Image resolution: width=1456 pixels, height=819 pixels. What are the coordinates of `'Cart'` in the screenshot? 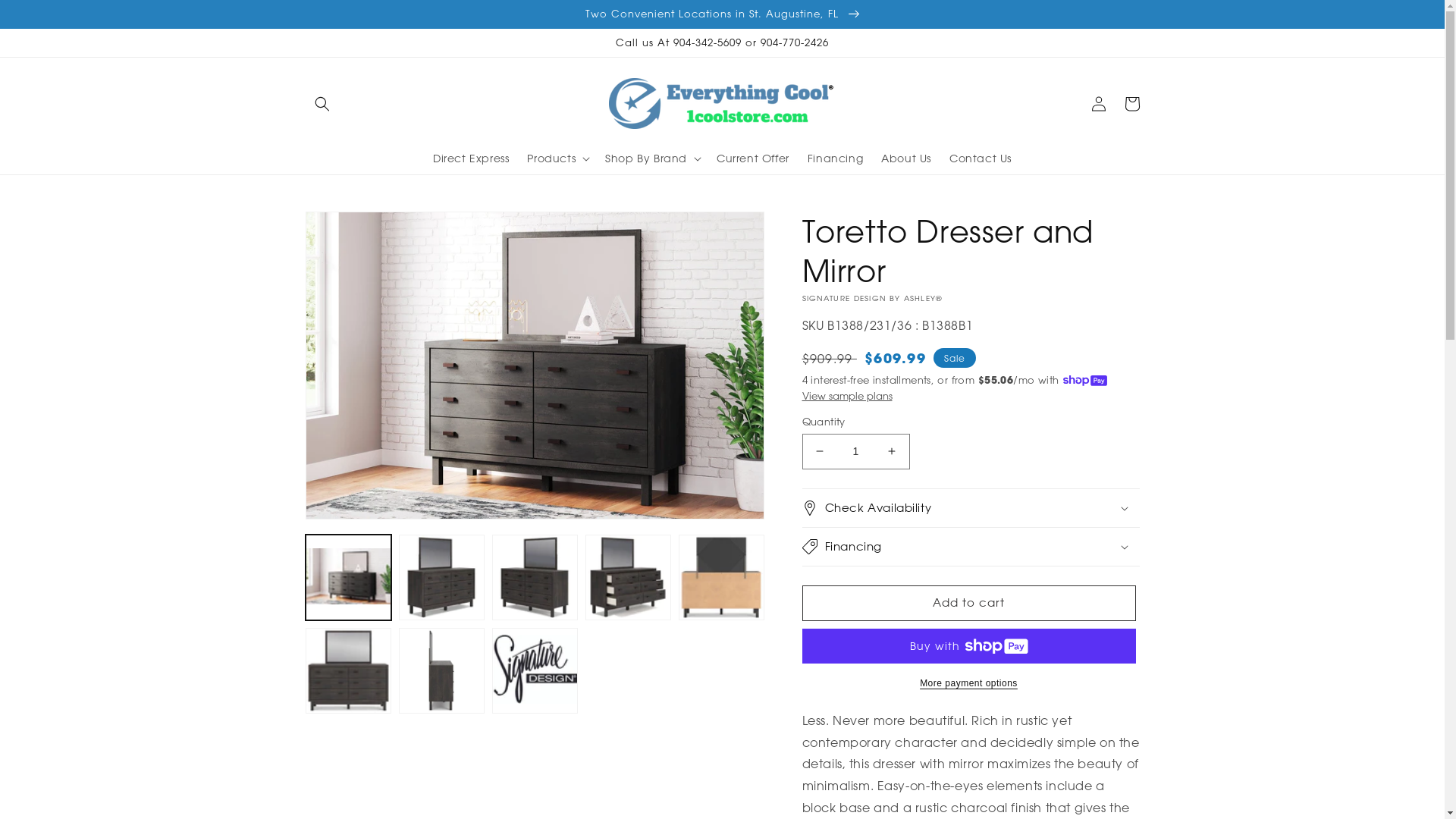 It's located at (1131, 103).